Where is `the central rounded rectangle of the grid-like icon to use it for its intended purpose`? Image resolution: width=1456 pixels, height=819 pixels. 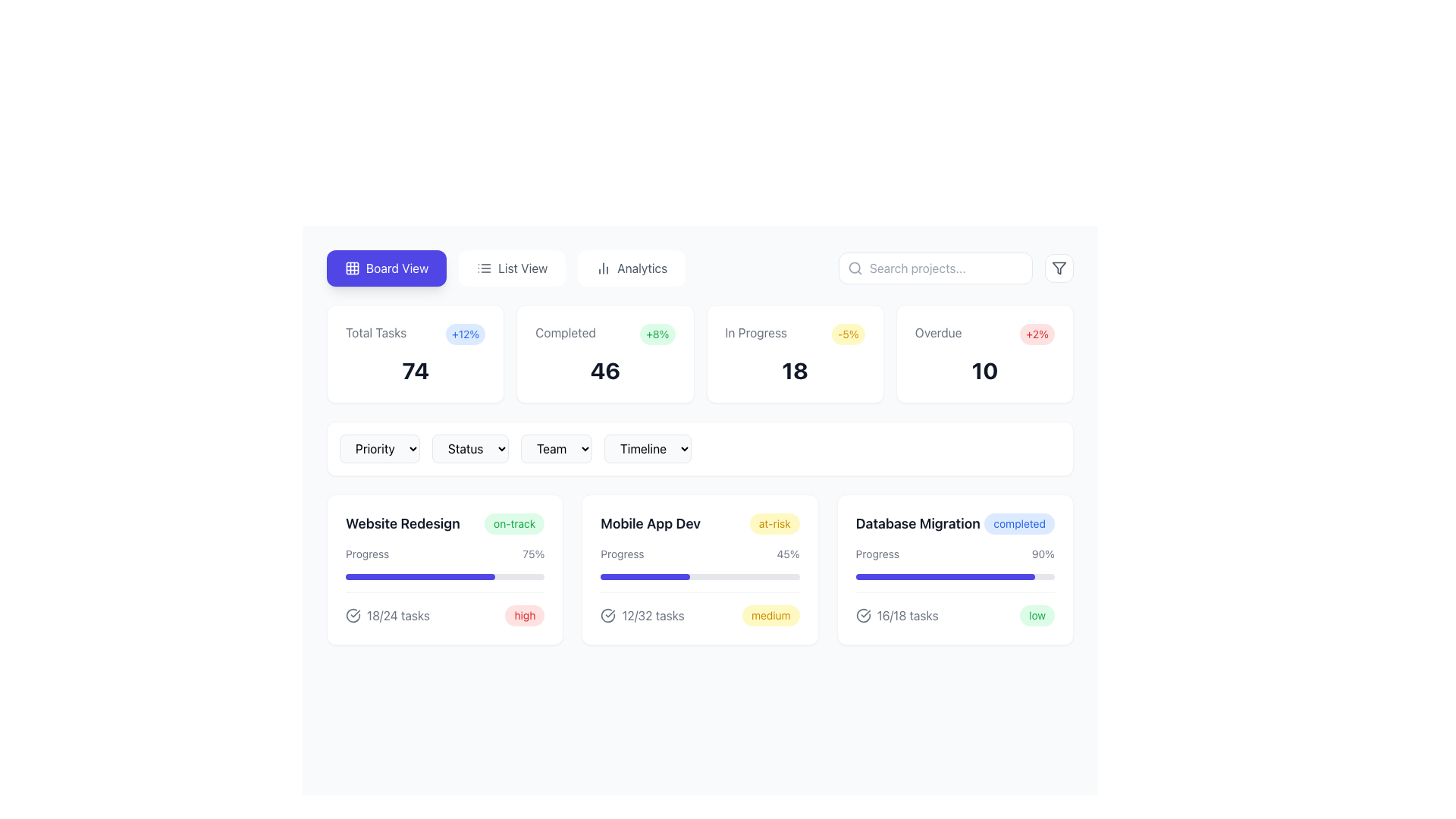 the central rounded rectangle of the grid-like icon to use it for its intended purpose is located at coordinates (352, 268).